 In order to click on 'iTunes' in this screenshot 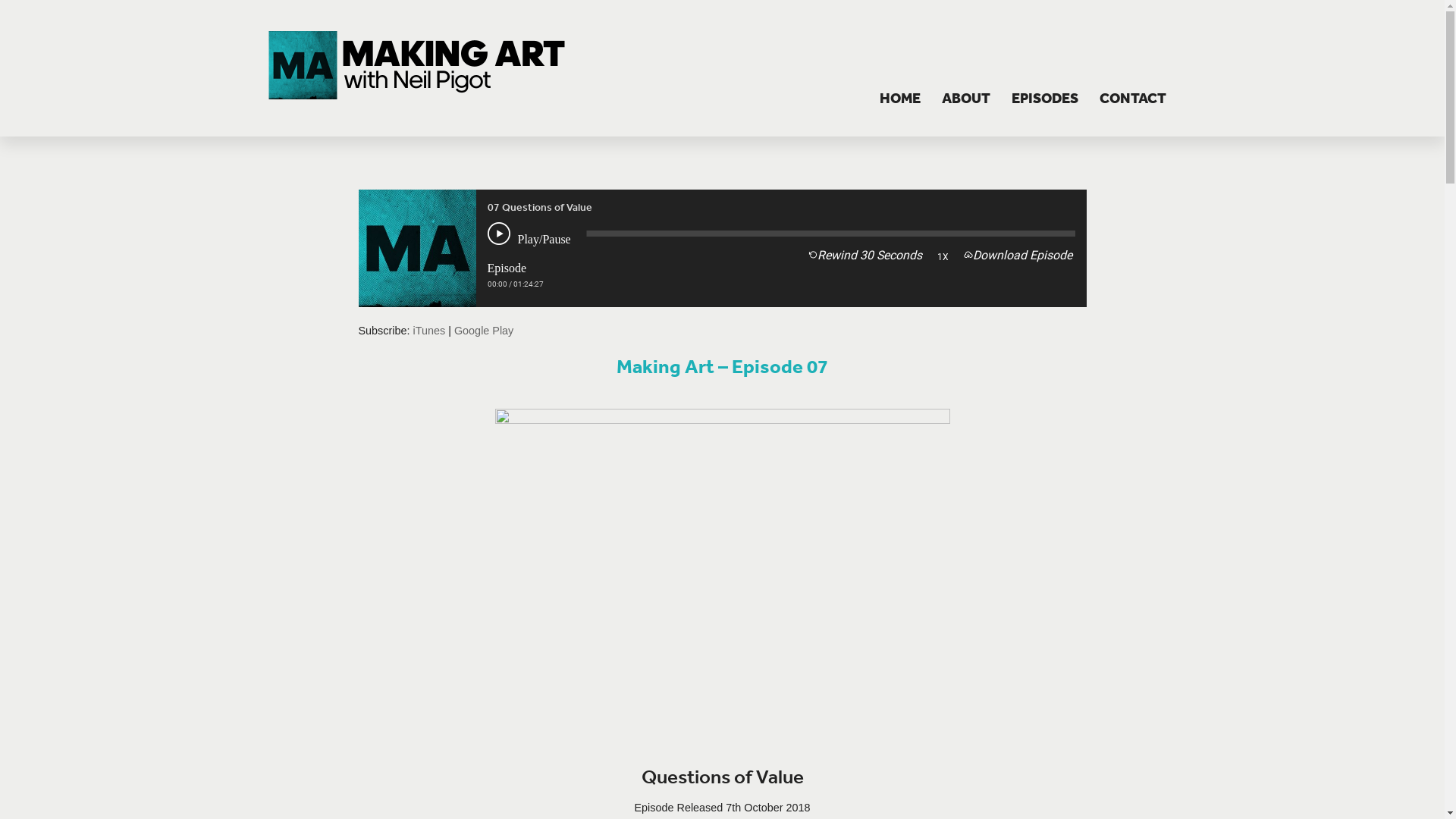, I will do `click(412, 329)`.